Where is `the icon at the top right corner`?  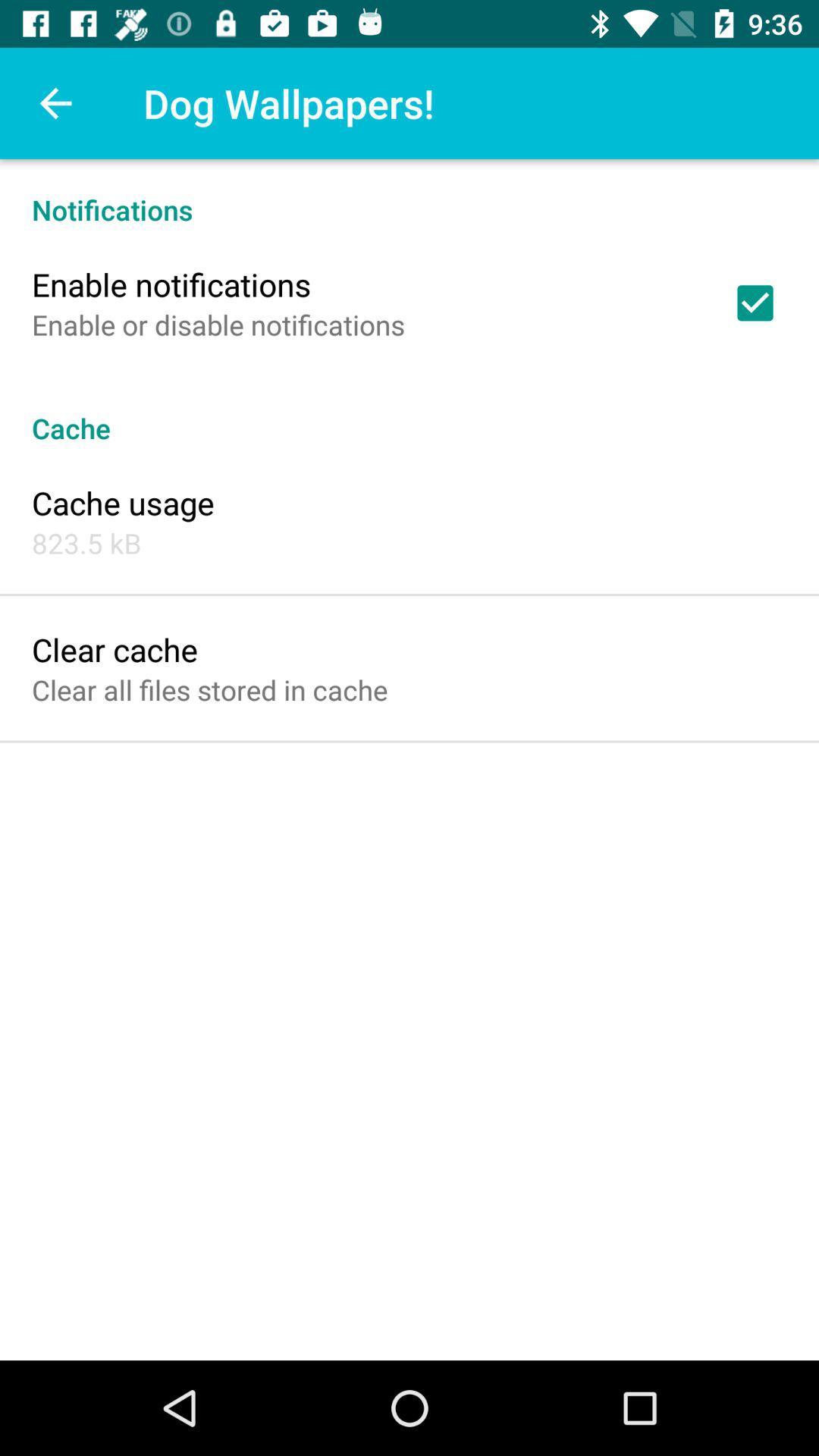 the icon at the top right corner is located at coordinates (755, 303).